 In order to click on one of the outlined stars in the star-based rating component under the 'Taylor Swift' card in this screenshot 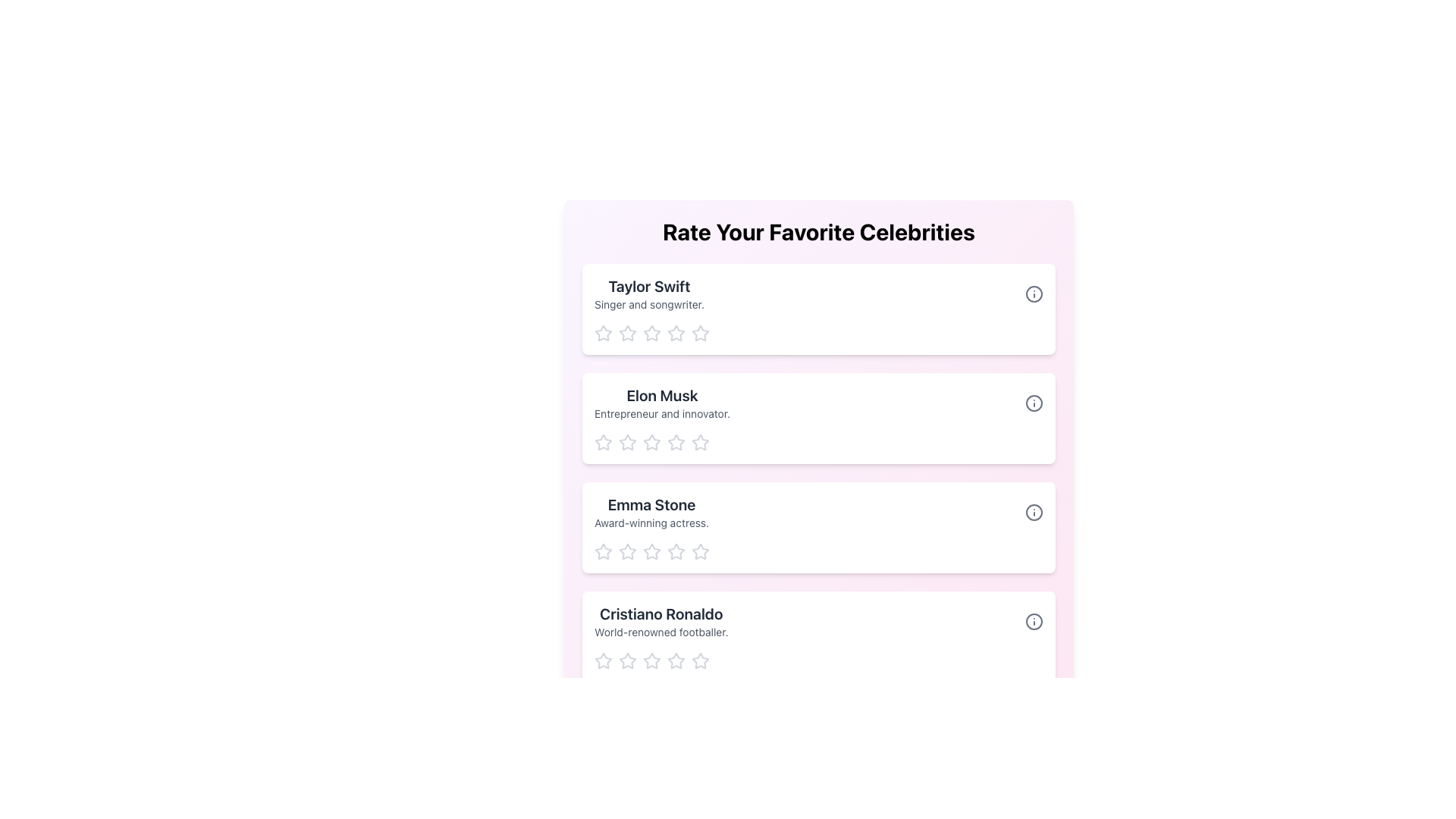, I will do `click(818, 327)`.